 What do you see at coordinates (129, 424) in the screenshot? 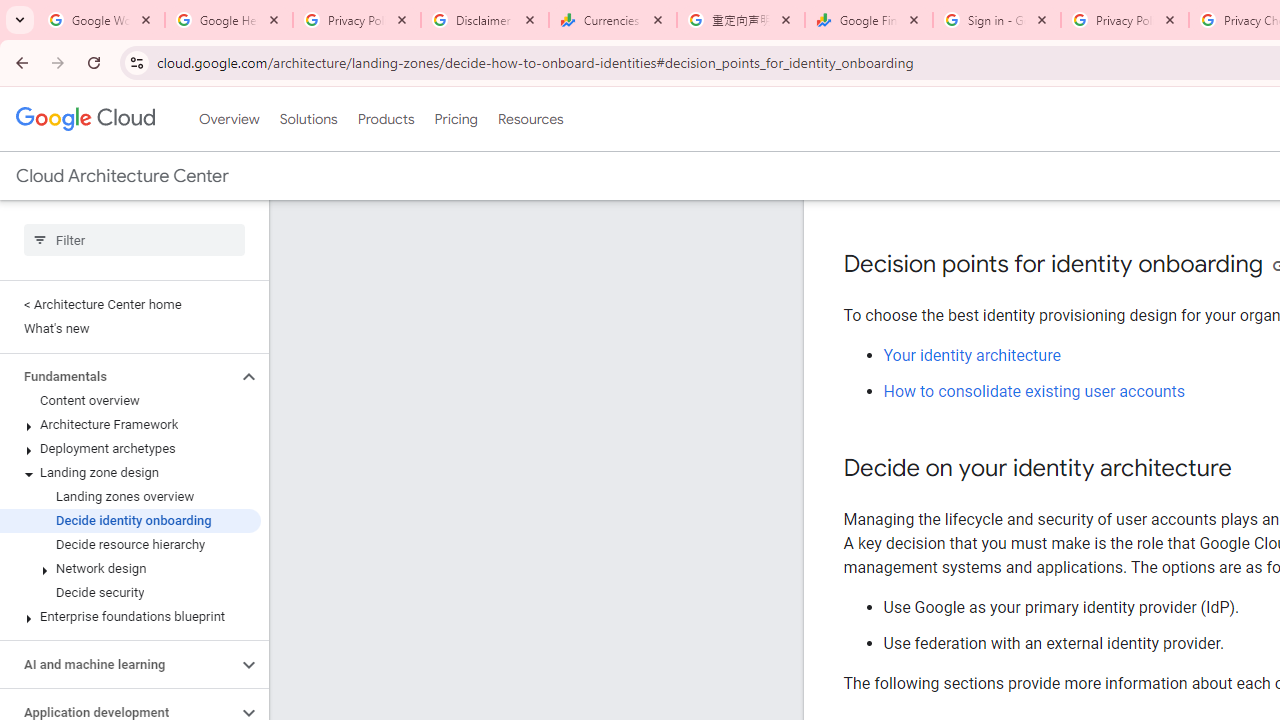
I see `'Architecture Framework'` at bounding box center [129, 424].